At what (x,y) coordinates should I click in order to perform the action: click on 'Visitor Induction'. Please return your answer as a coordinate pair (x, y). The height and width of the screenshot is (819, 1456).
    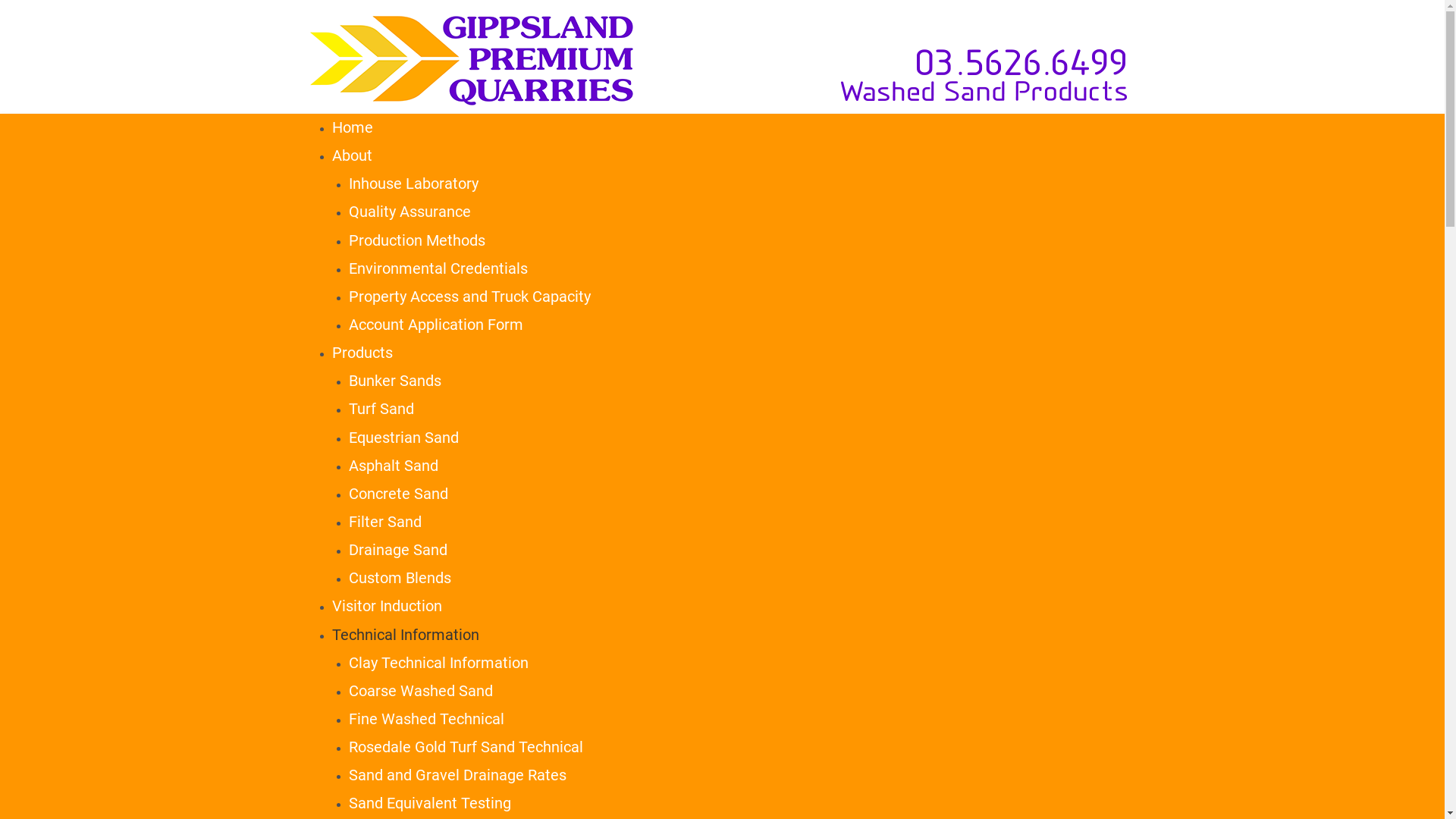
    Looking at the image, I should click on (387, 604).